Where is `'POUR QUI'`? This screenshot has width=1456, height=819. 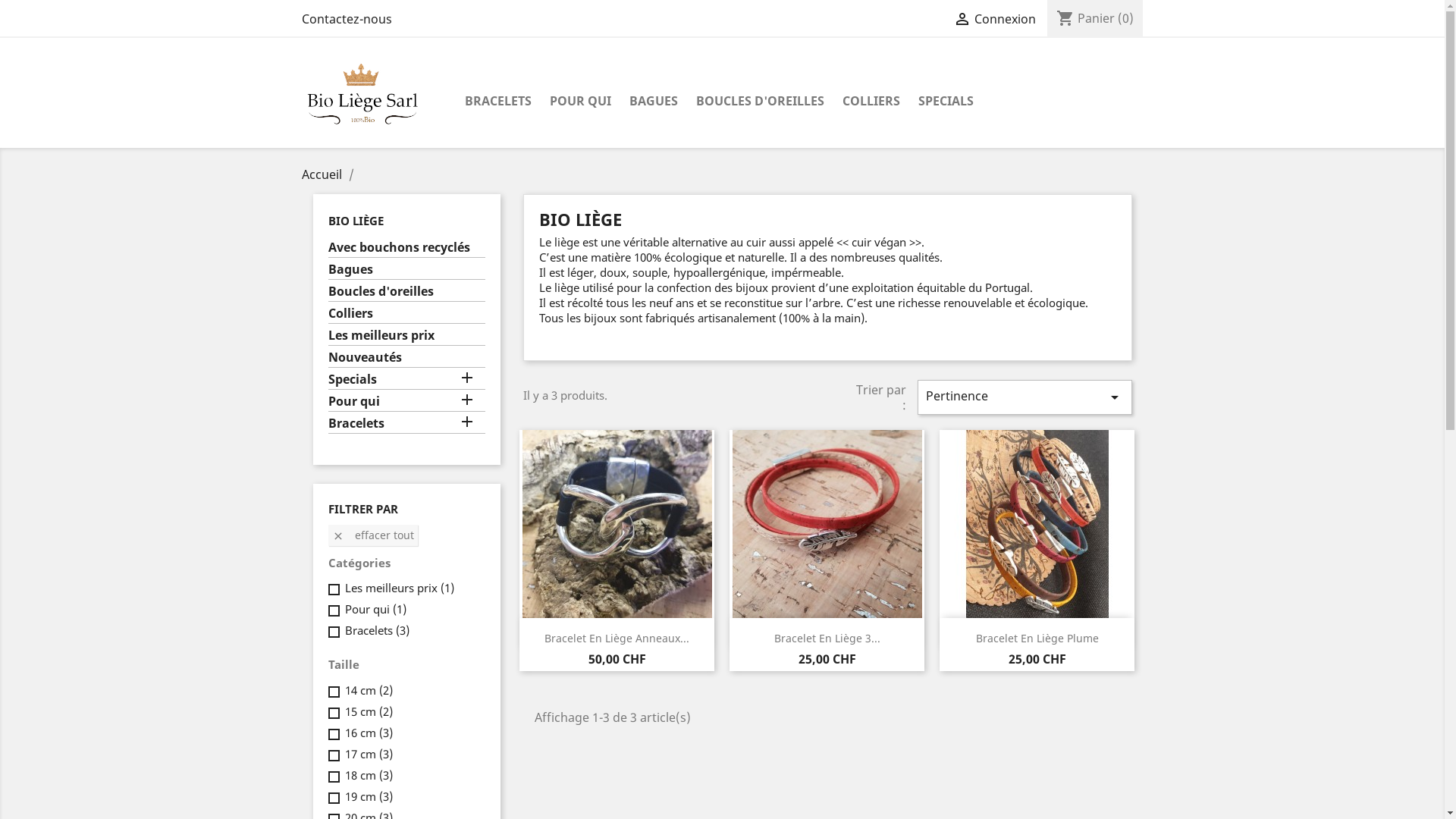
'POUR QUI' is located at coordinates (579, 102).